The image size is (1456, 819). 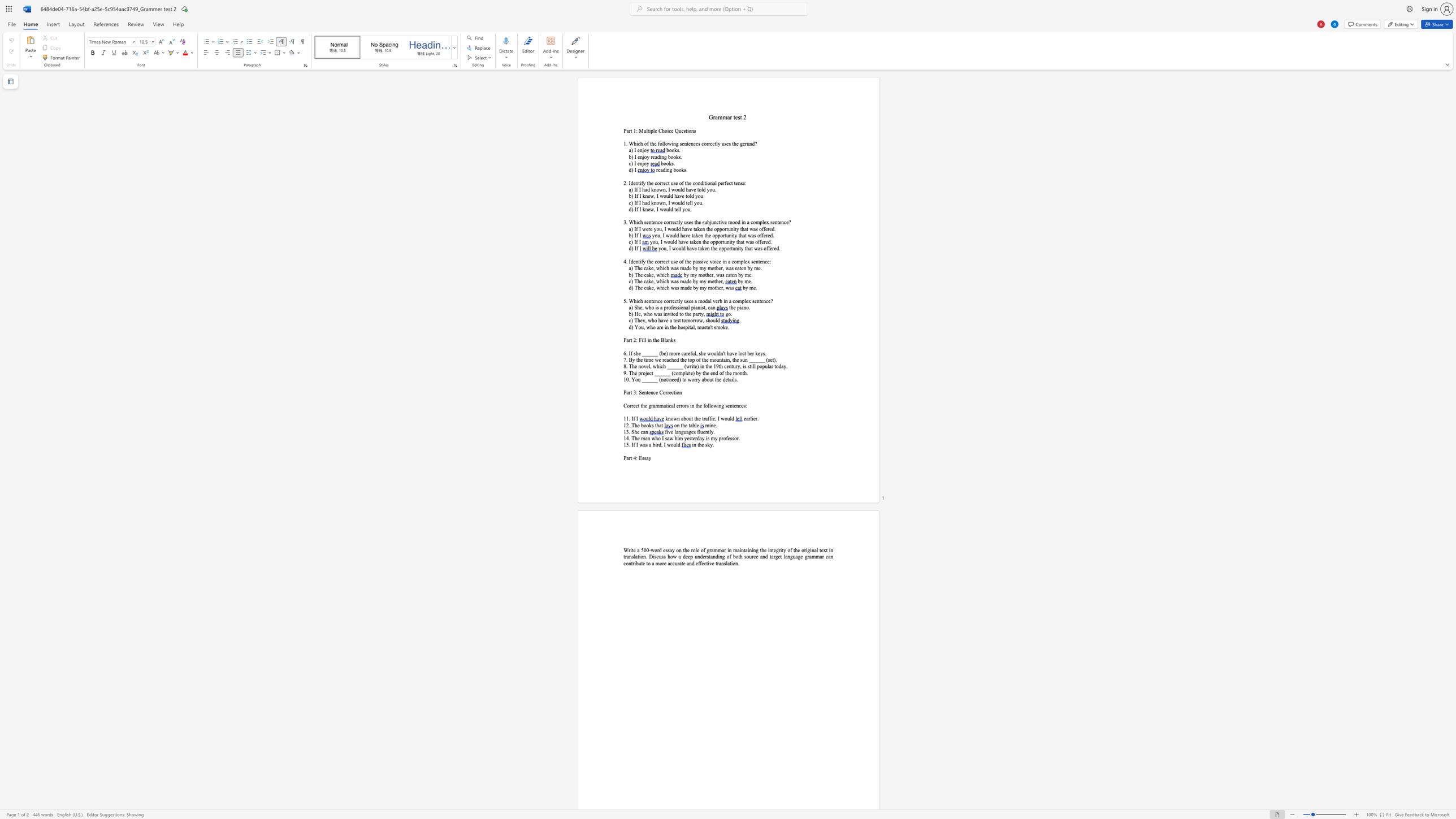 What do you see at coordinates (704, 406) in the screenshot?
I see `the space between the continuous character "f" and "o" in the text` at bounding box center [704, 406].